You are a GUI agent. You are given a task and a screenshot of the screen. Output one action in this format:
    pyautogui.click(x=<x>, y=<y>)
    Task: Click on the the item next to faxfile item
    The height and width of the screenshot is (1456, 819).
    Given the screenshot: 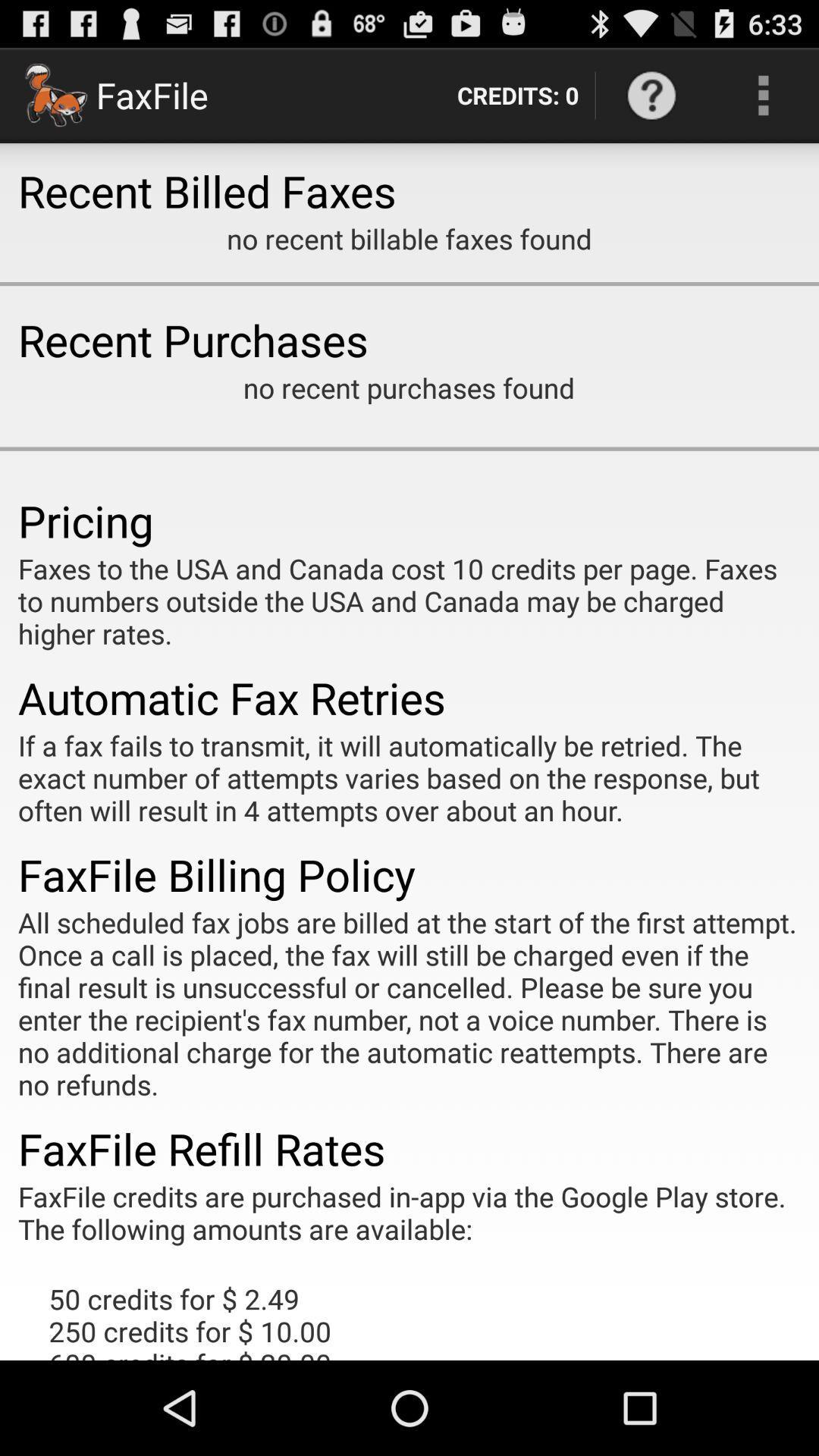 What is the action you would take?
    pyautogui.click(x=517, y=94)
    